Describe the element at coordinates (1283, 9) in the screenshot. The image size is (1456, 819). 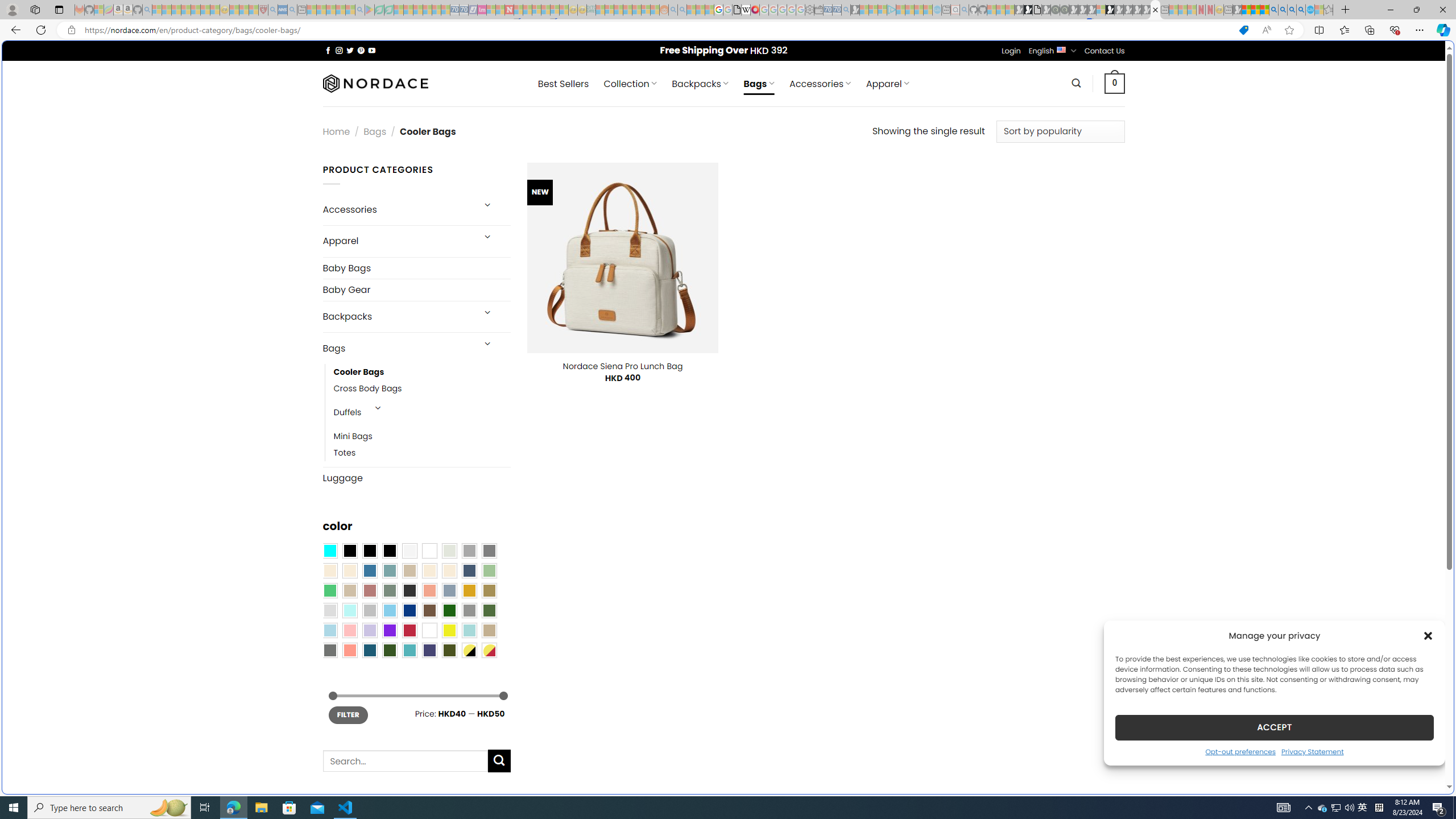
I see `'2009 Bing officially replaced Live Search on June 3 - Search'` at that location.